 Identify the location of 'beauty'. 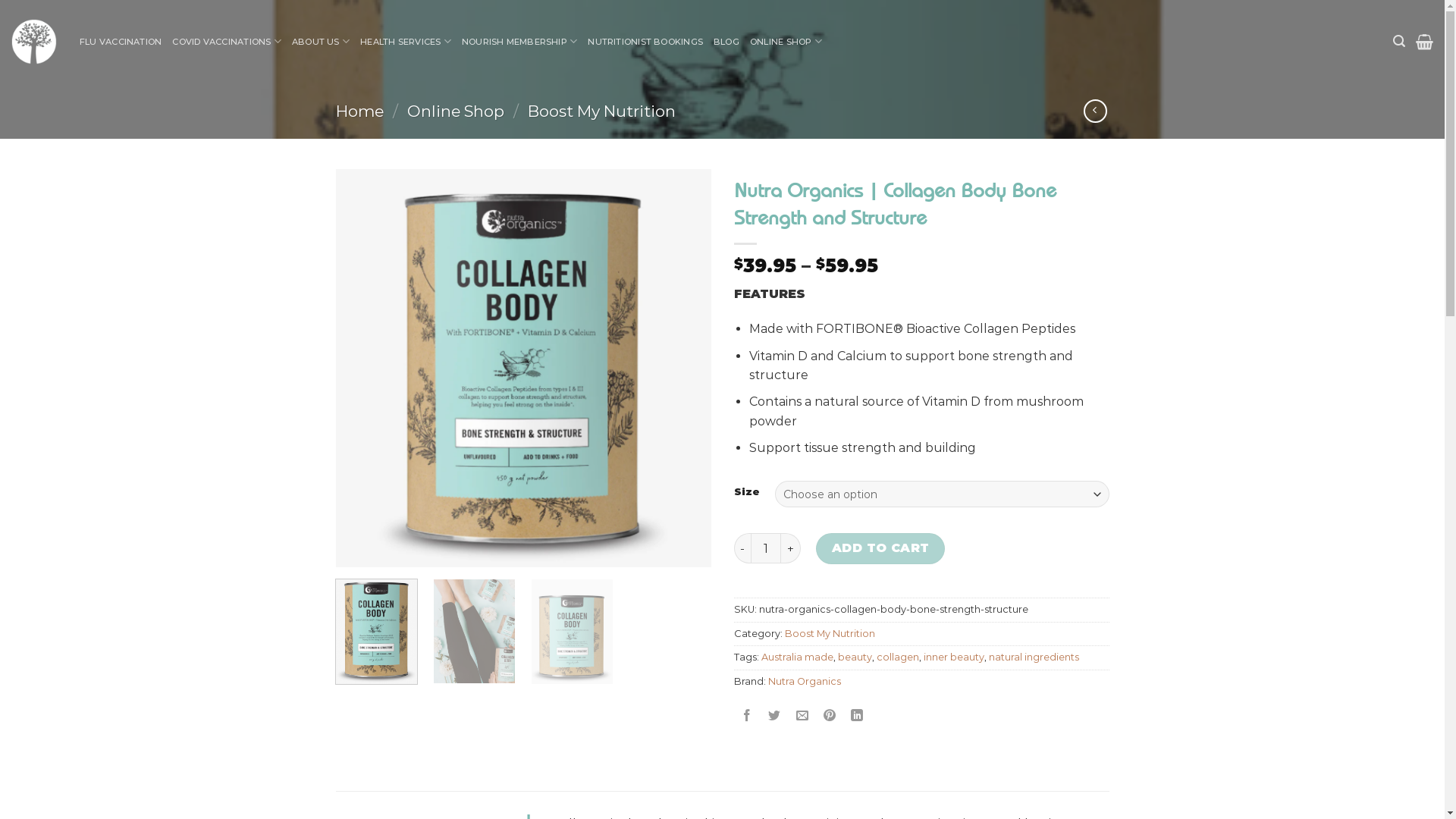
(854, 656).